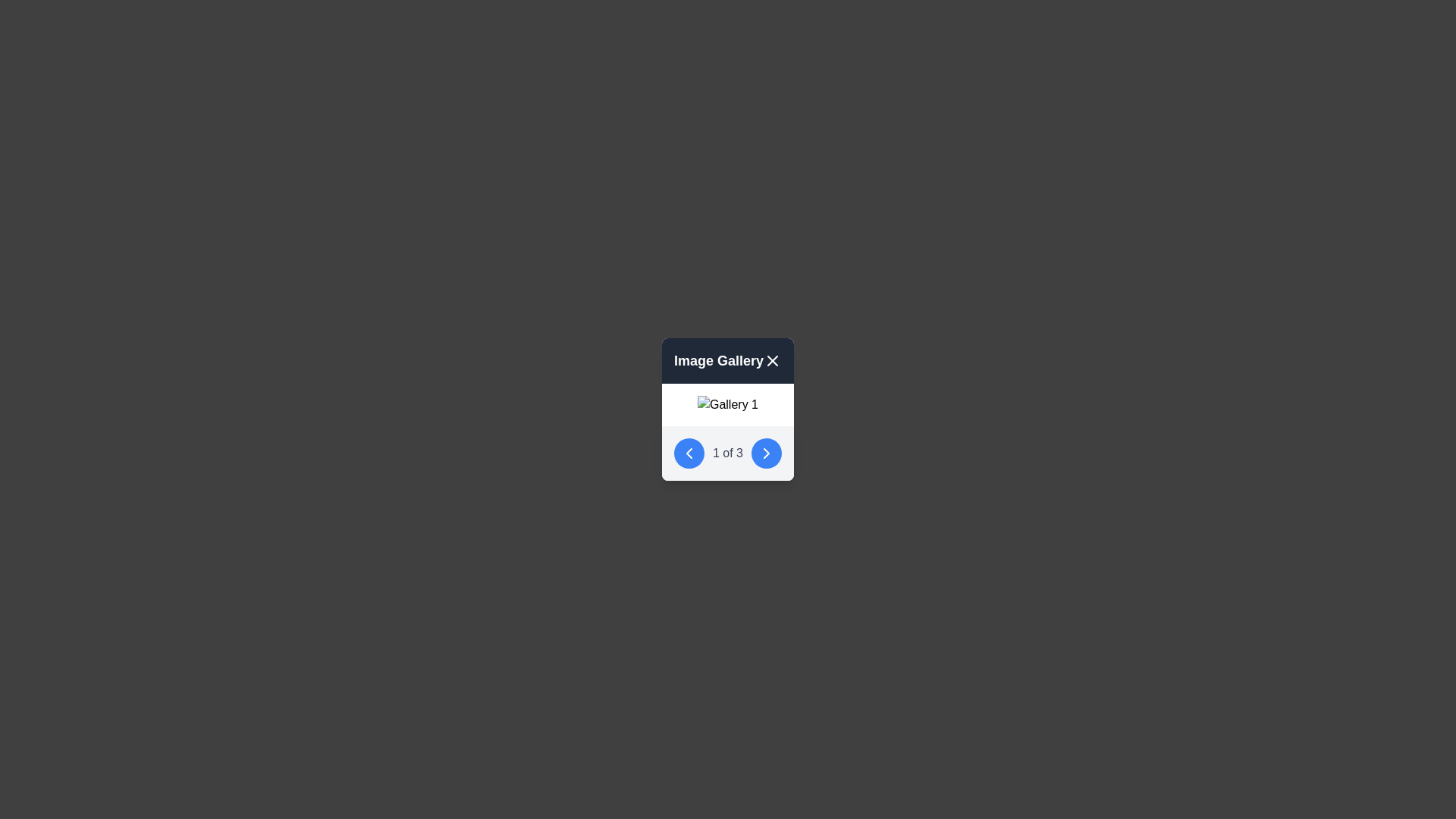  I want to click on the close button icon located in the top-right corner of the dark header labeled 'Image Gallery' to exit the image viewer, so click(772, 360).